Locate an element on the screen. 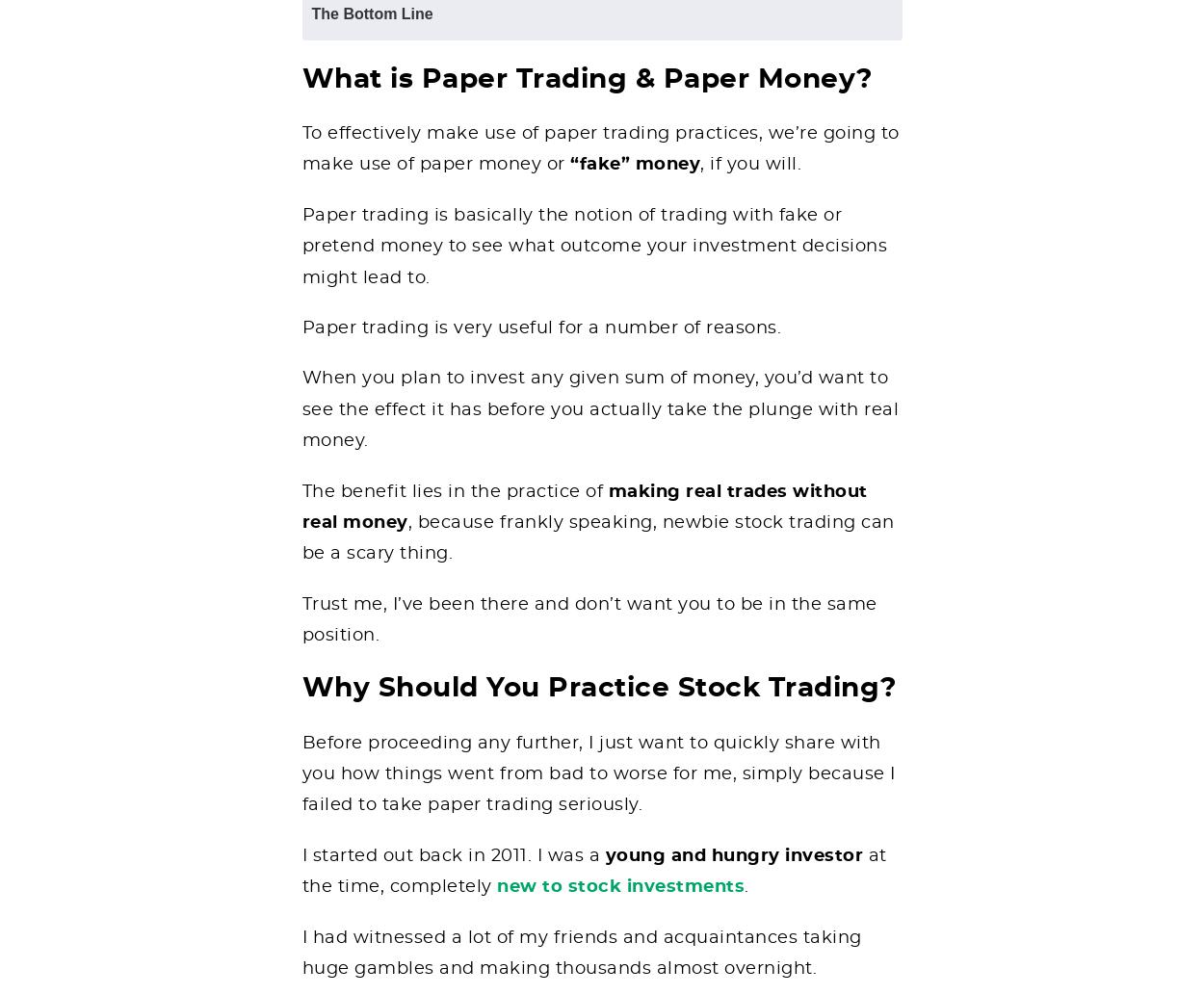 Image resolution: width=1204 pixels, height=995 pixels. 'Before proceeding any further, I just want to quickly share with you how things went from bad to worse for me, simply because I failed to take paper trading seriously.' is located at coordinates (597, 773).